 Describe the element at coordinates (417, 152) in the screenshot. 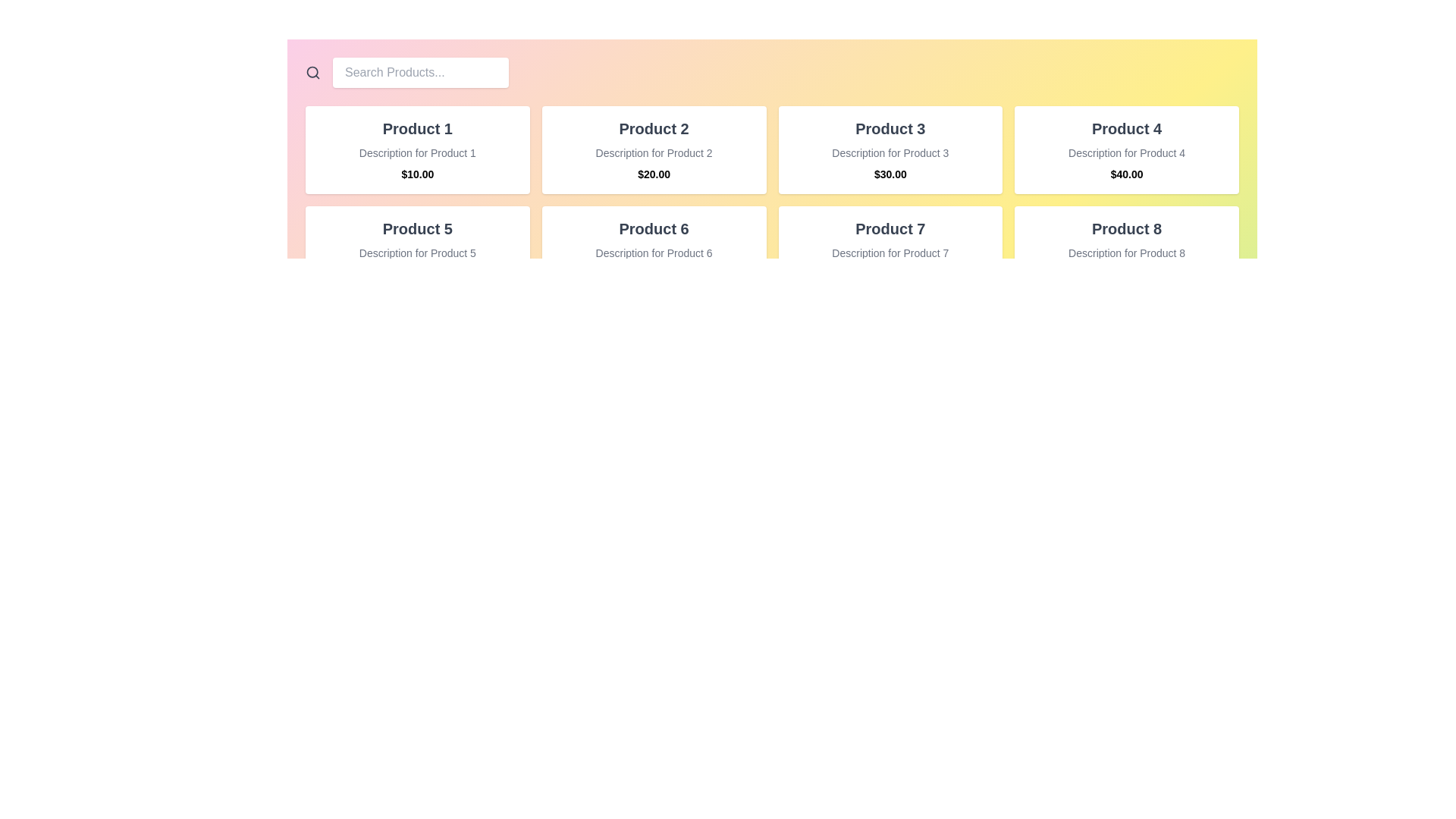

I see `the text label that reads 'Description for Product 1', which is styled in gray and positioned between the title 'Product 1' and the price '$10.00'` at that location.